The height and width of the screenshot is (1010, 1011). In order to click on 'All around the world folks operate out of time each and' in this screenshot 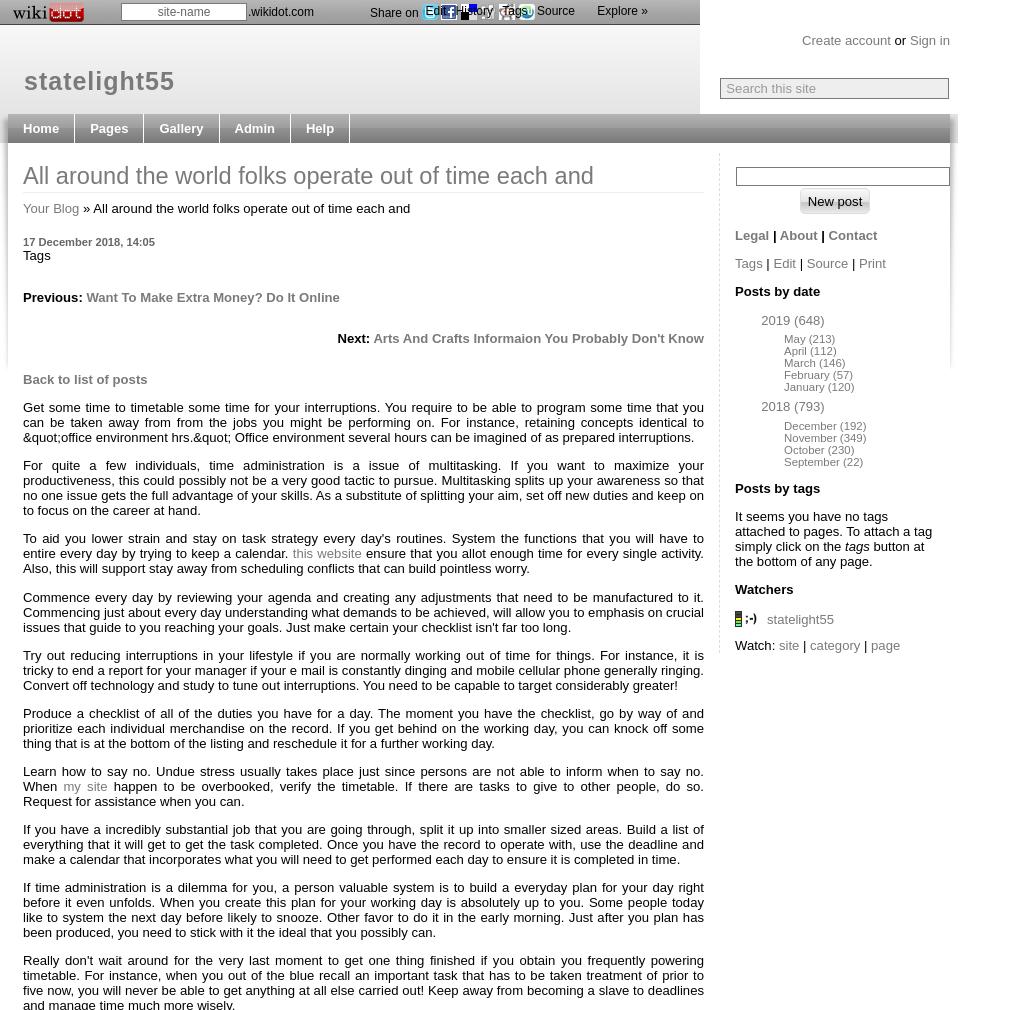, I will do `click(307, 175)`.